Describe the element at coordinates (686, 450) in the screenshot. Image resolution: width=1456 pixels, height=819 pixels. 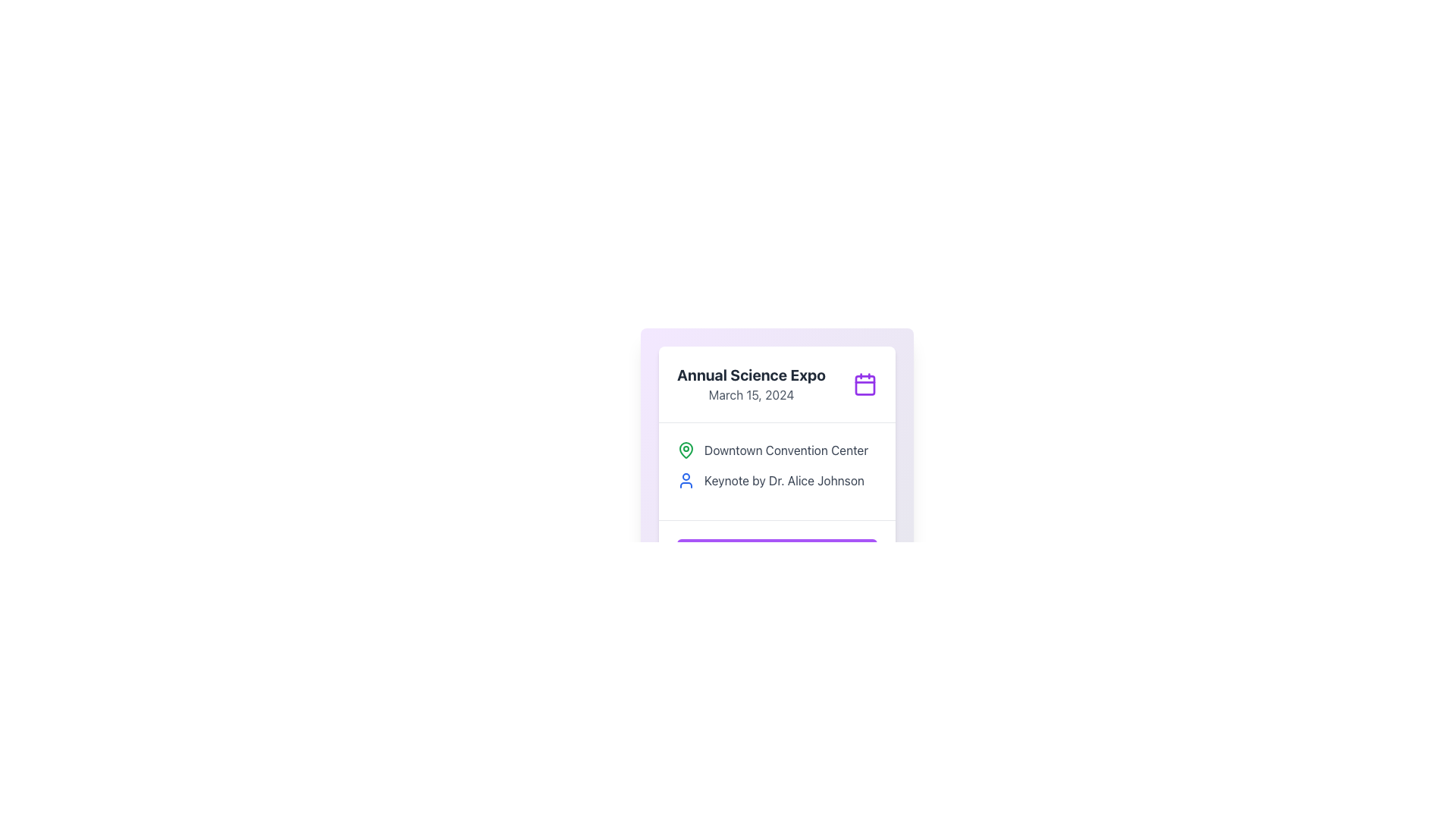
I see `the green map pin icon located to the left of the 'Downtown Convention Center' text label` at that location.